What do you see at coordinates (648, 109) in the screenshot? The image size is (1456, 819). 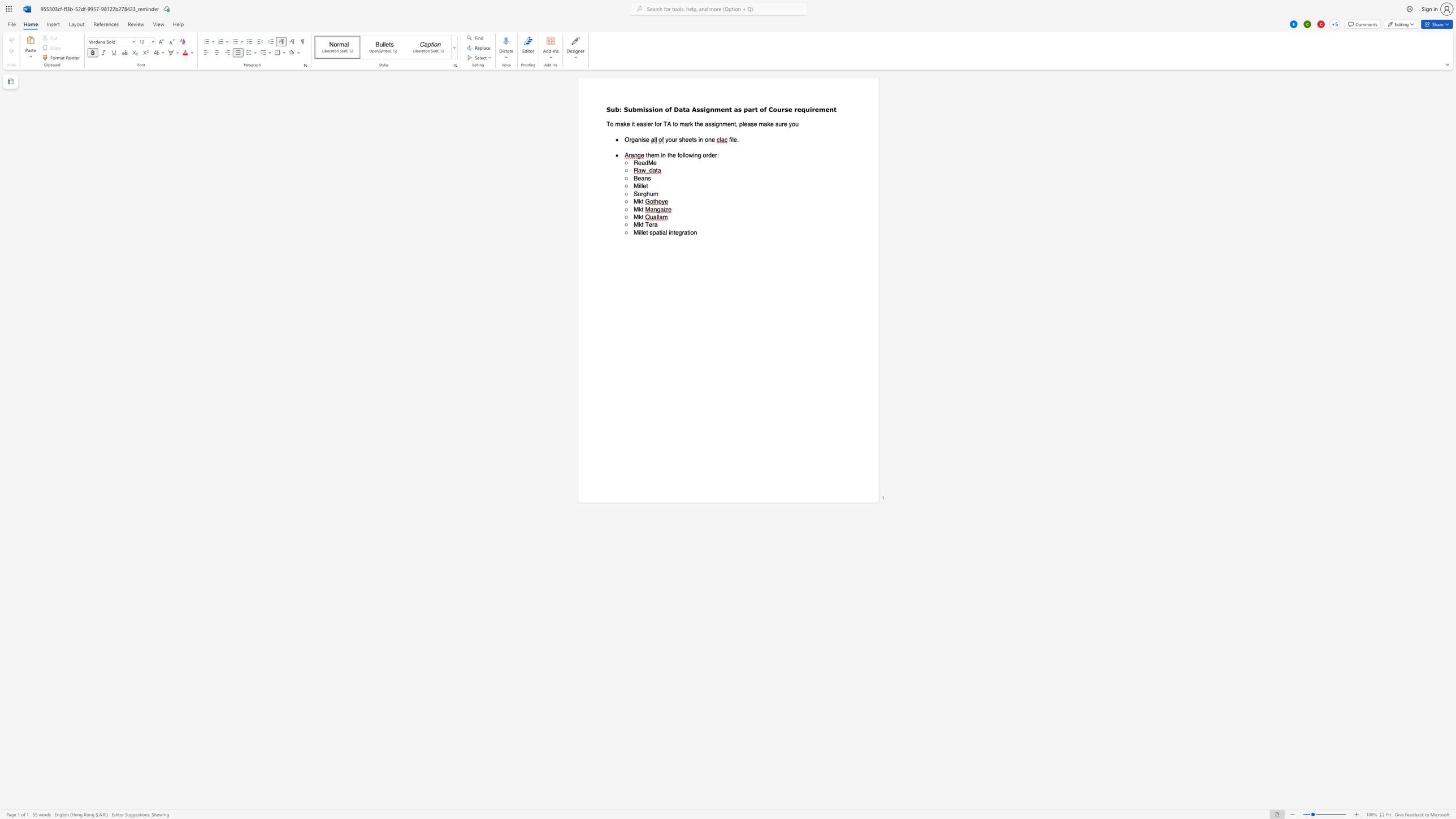 I see `the space between the continuous character "s" and "s" in the text` at bounding box center [648, 109].